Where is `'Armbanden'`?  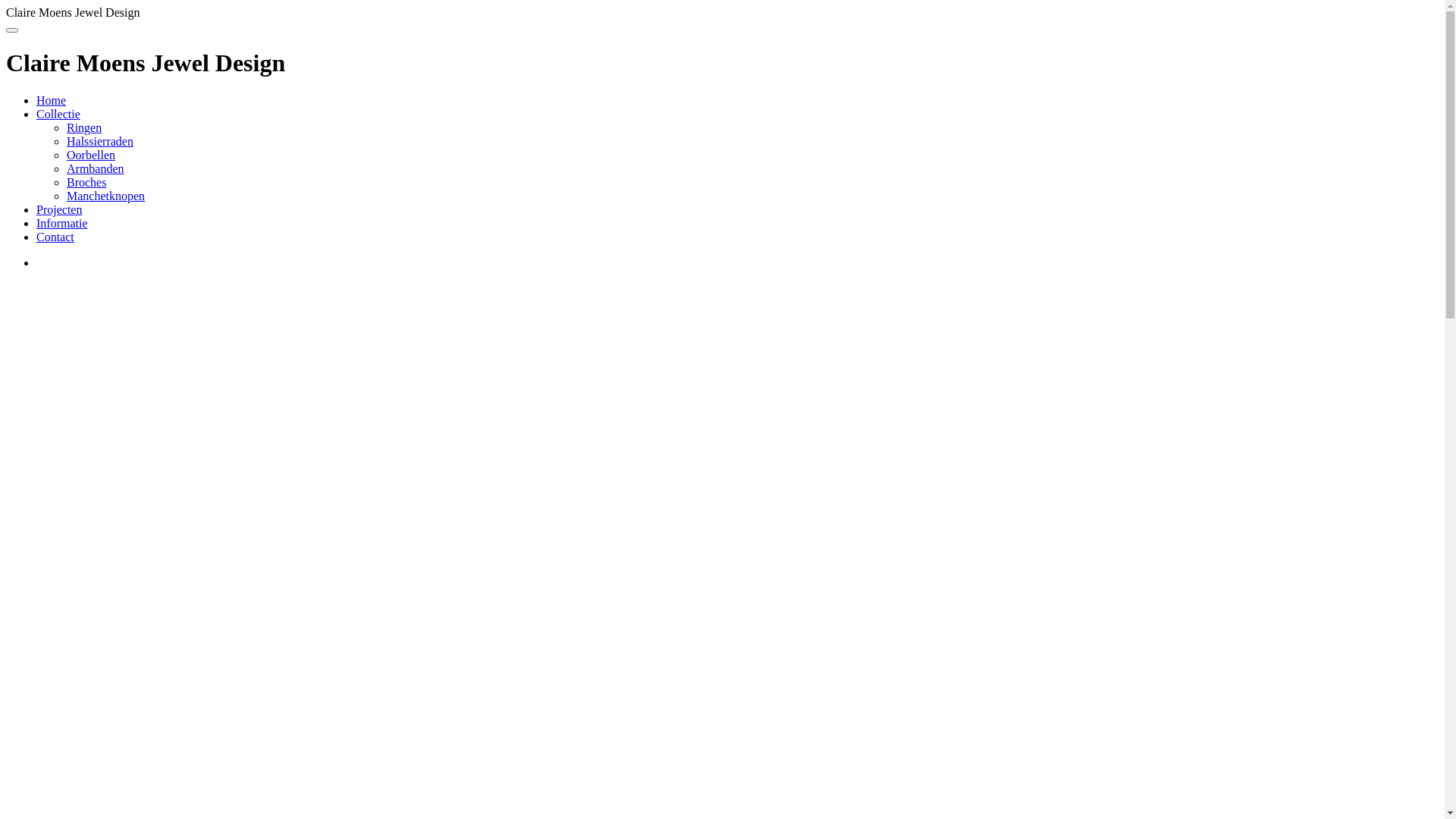
'Armbanden' is located at coordinates (94, 168).